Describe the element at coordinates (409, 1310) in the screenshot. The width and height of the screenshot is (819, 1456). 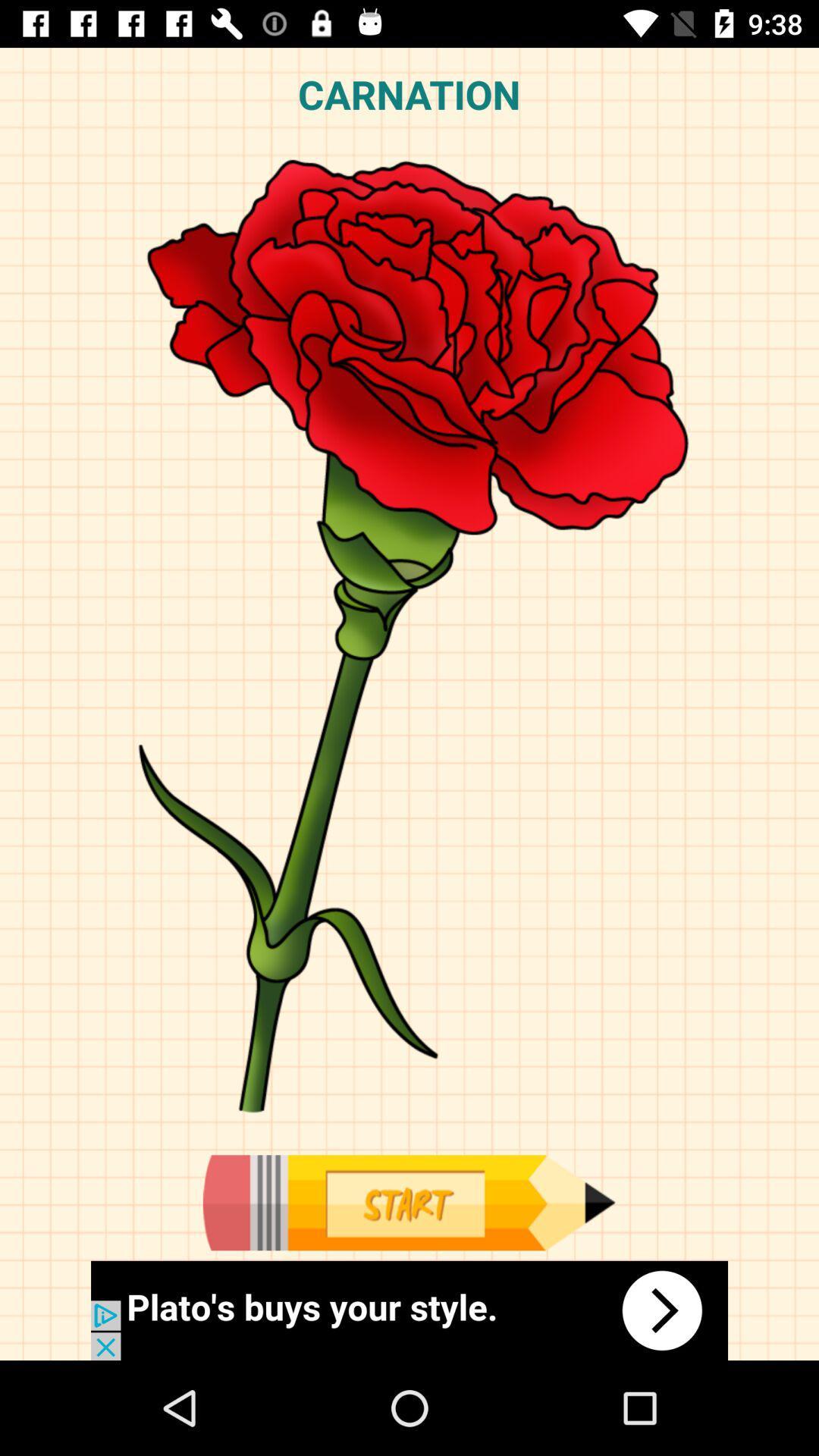
I see `open advertisement` at that location.